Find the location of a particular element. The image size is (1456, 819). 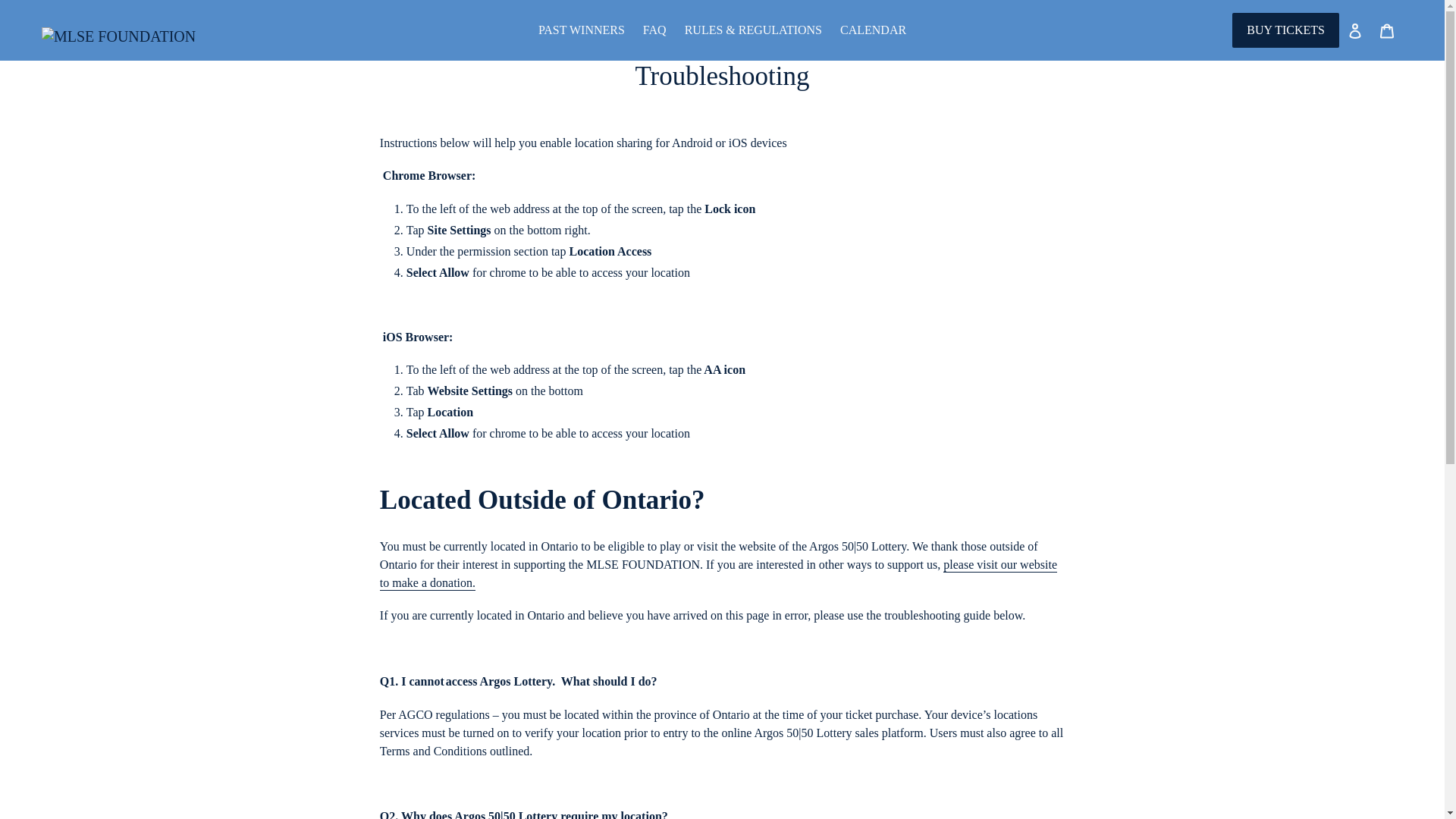

'Cart' is located at coordinates (1386, 30).